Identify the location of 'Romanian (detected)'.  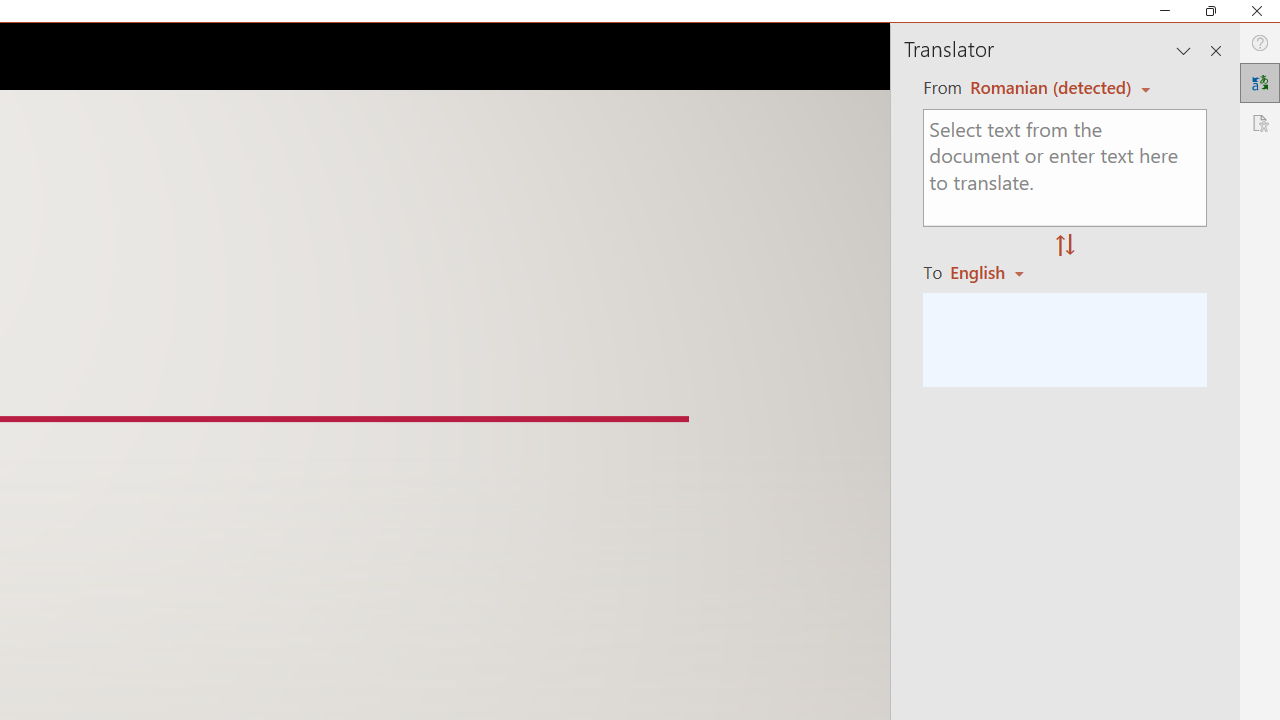
(1046, 86).